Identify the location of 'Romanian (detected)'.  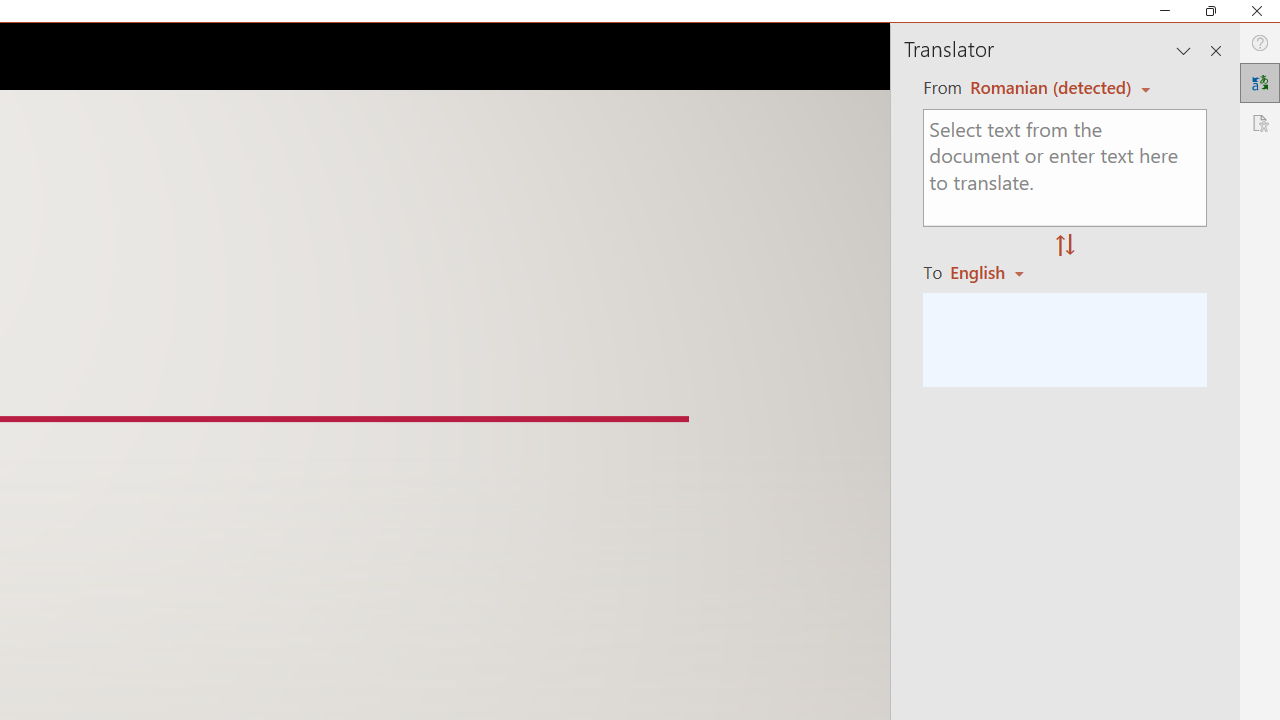
(1046, 86).